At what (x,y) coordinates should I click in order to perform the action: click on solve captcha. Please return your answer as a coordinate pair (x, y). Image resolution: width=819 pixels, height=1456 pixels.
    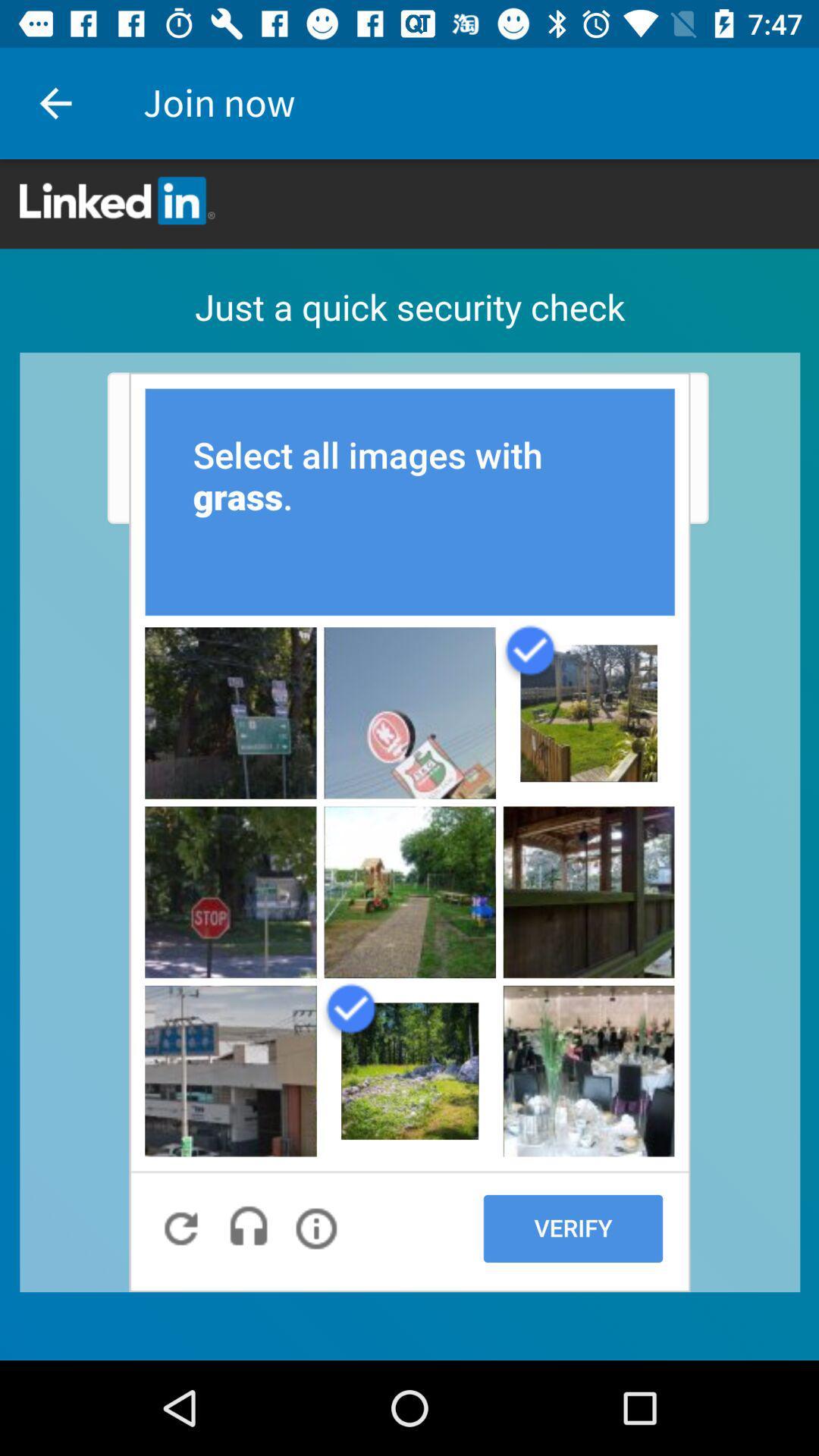
    Looking at the image, I should click on (409, 760).